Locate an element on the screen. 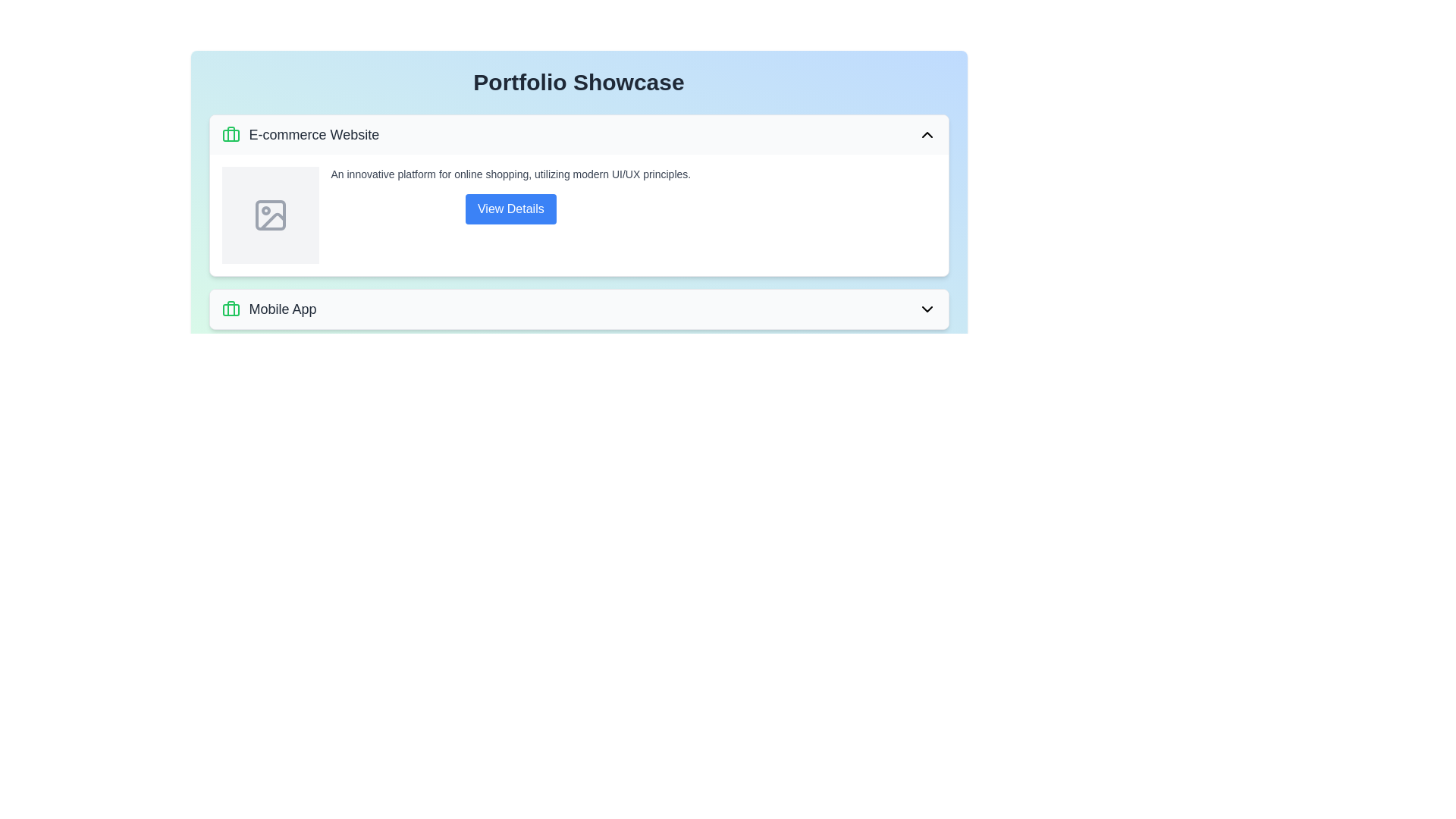 The height and width of the screenshot is (819, 1456). the 'Mobile App' icon located to the left of the text in the second section of the portfolio items list is located at coordinates (230, 309).